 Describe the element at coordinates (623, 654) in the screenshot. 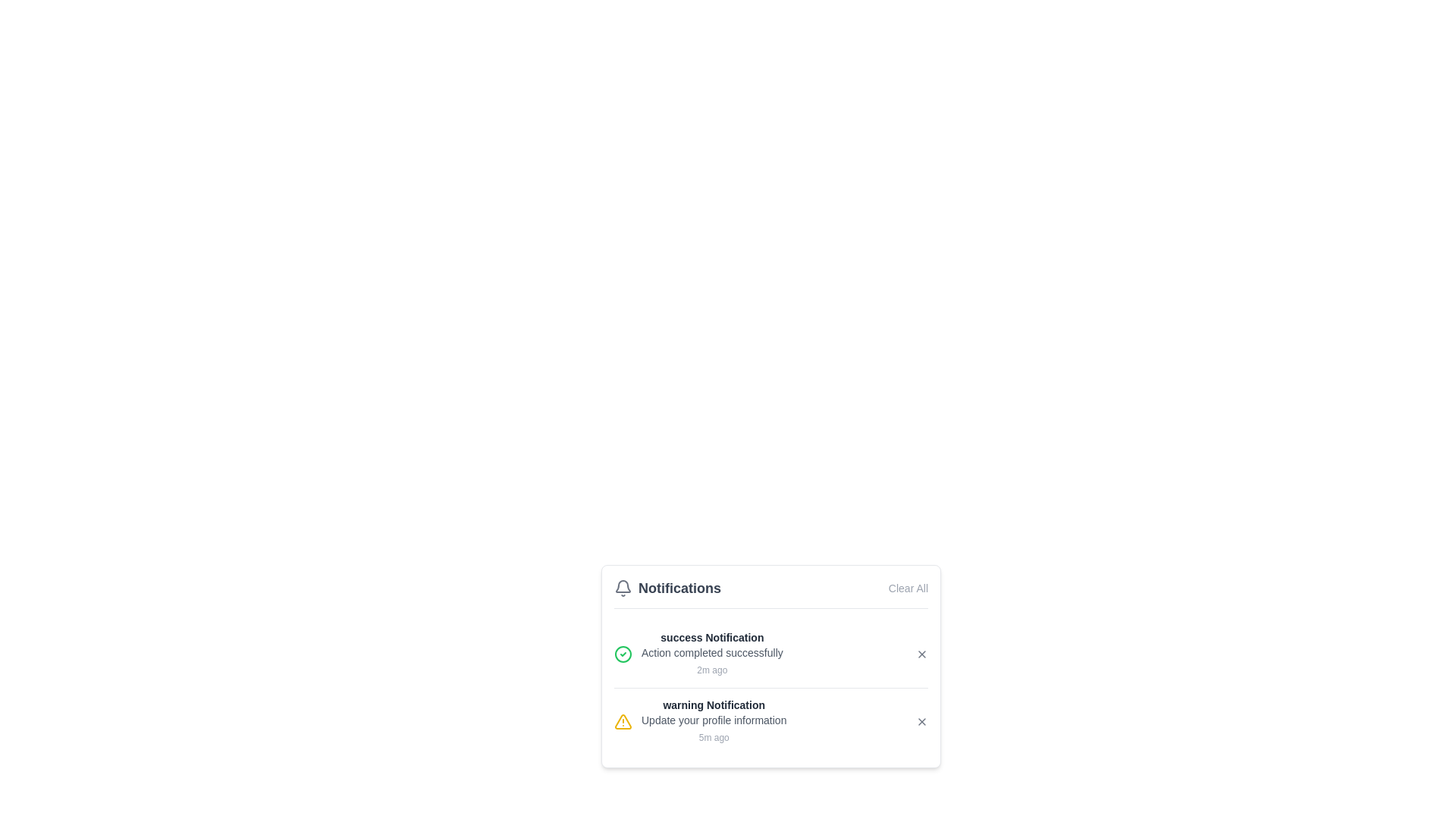

I see `the success indicator icon located in the left section of the notification card, adjacent to the 'success Notification' text` at that location.